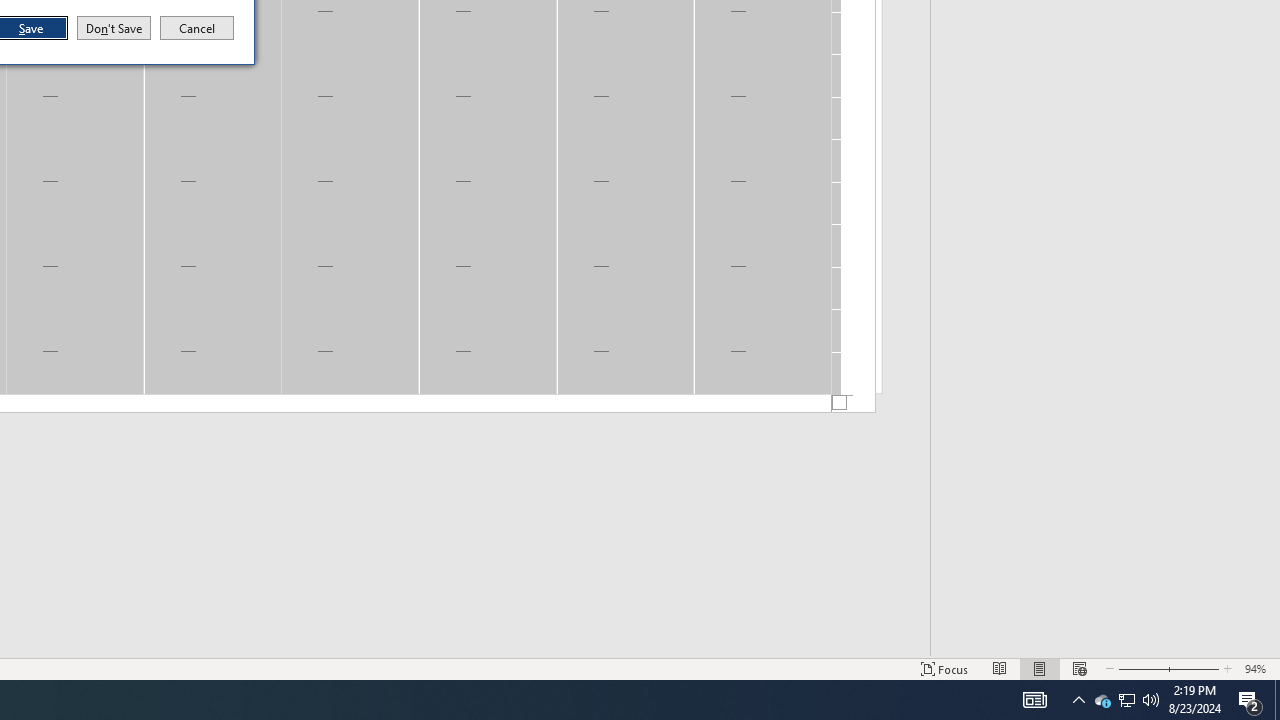 This screenshot has height=720, width=1280. I want to click on 'Zoom In', so click(1193, 669).